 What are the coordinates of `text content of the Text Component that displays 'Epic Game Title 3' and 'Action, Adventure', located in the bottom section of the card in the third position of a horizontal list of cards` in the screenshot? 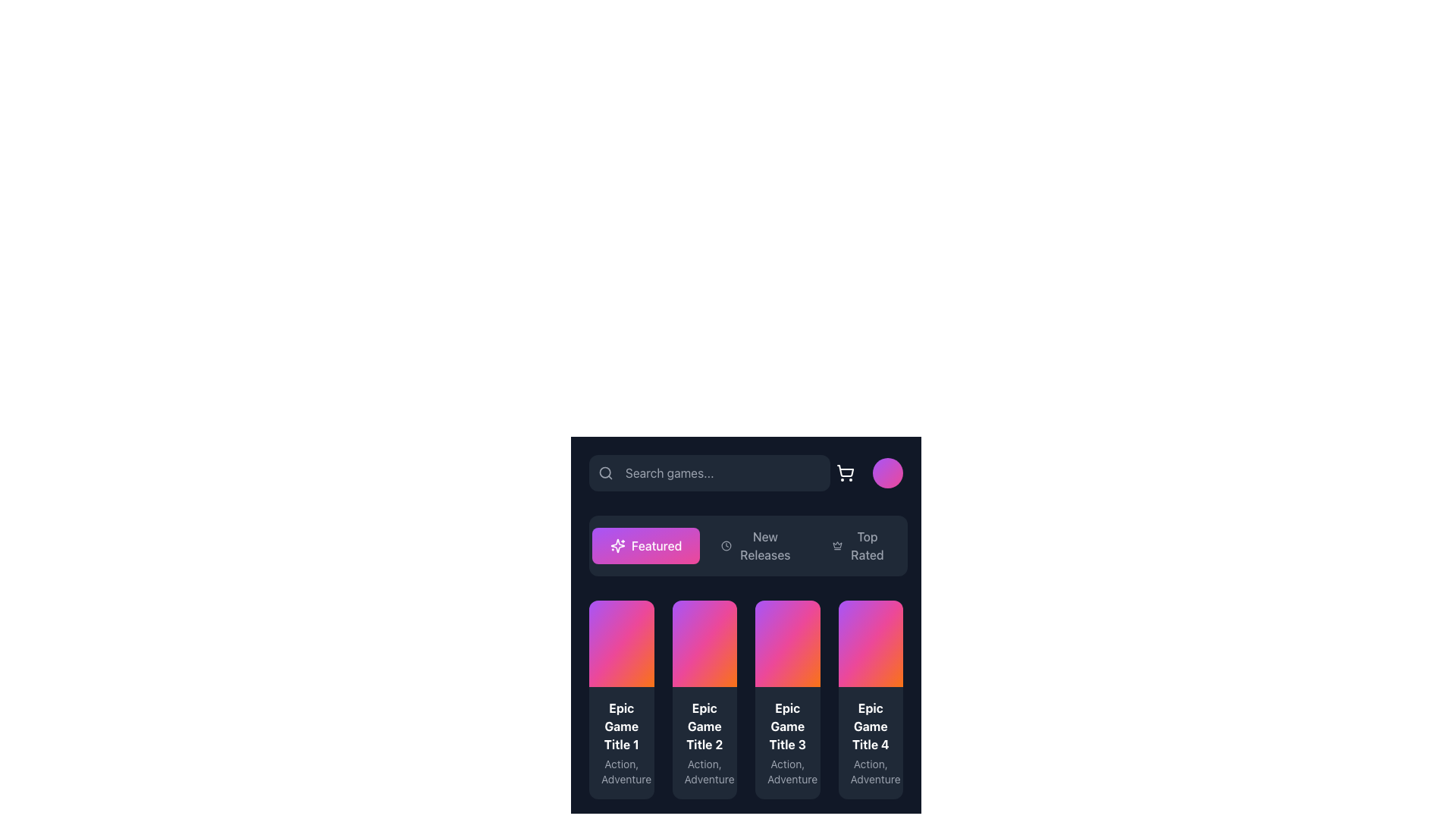 It's located at (787, 742).